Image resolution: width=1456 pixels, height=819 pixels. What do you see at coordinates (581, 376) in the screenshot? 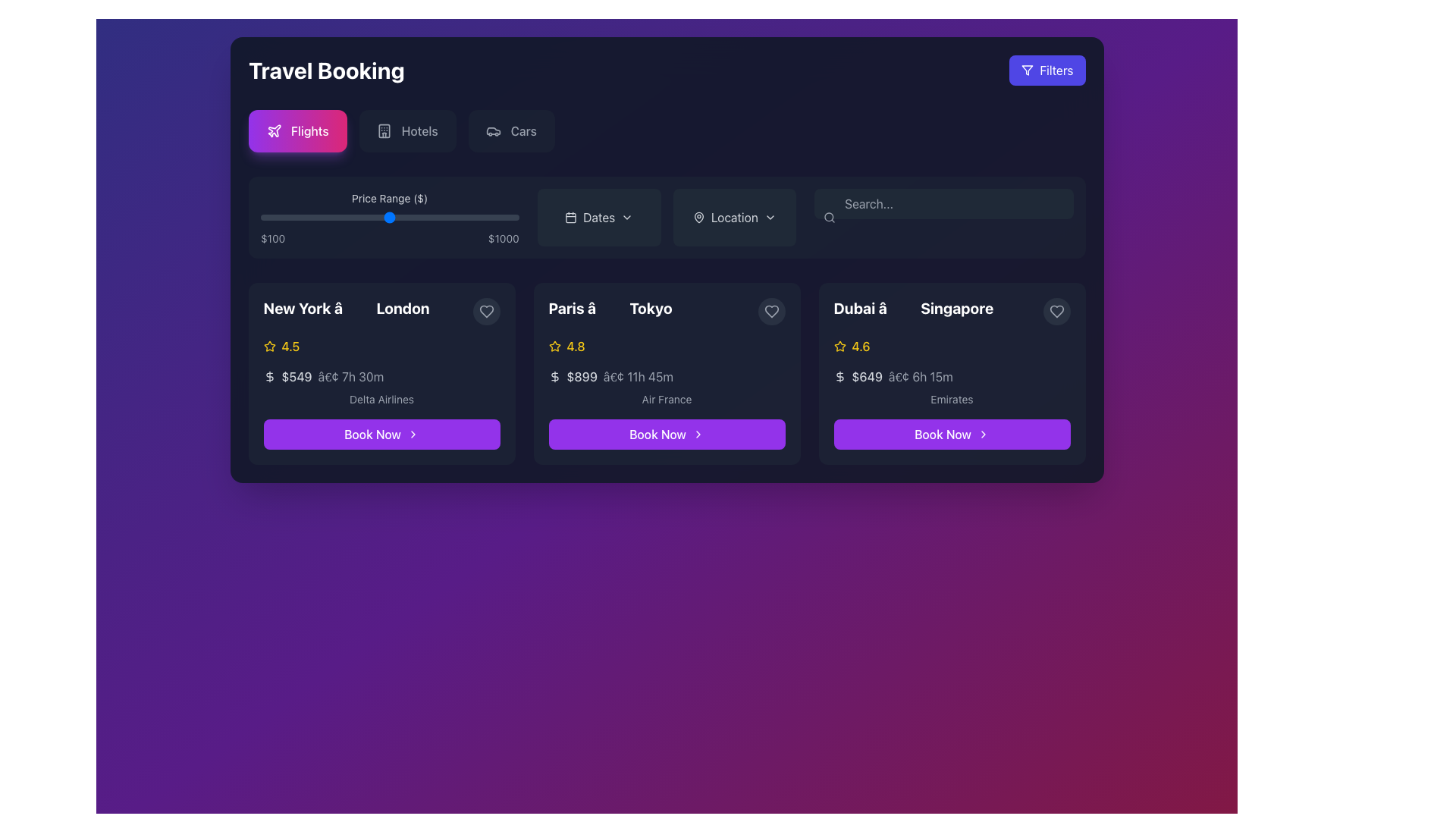
I see `the ticket price text element located in the second card for the flight from Paris to Tokyo, positioned to the left of the duration text` at bounding box center [581, 376].